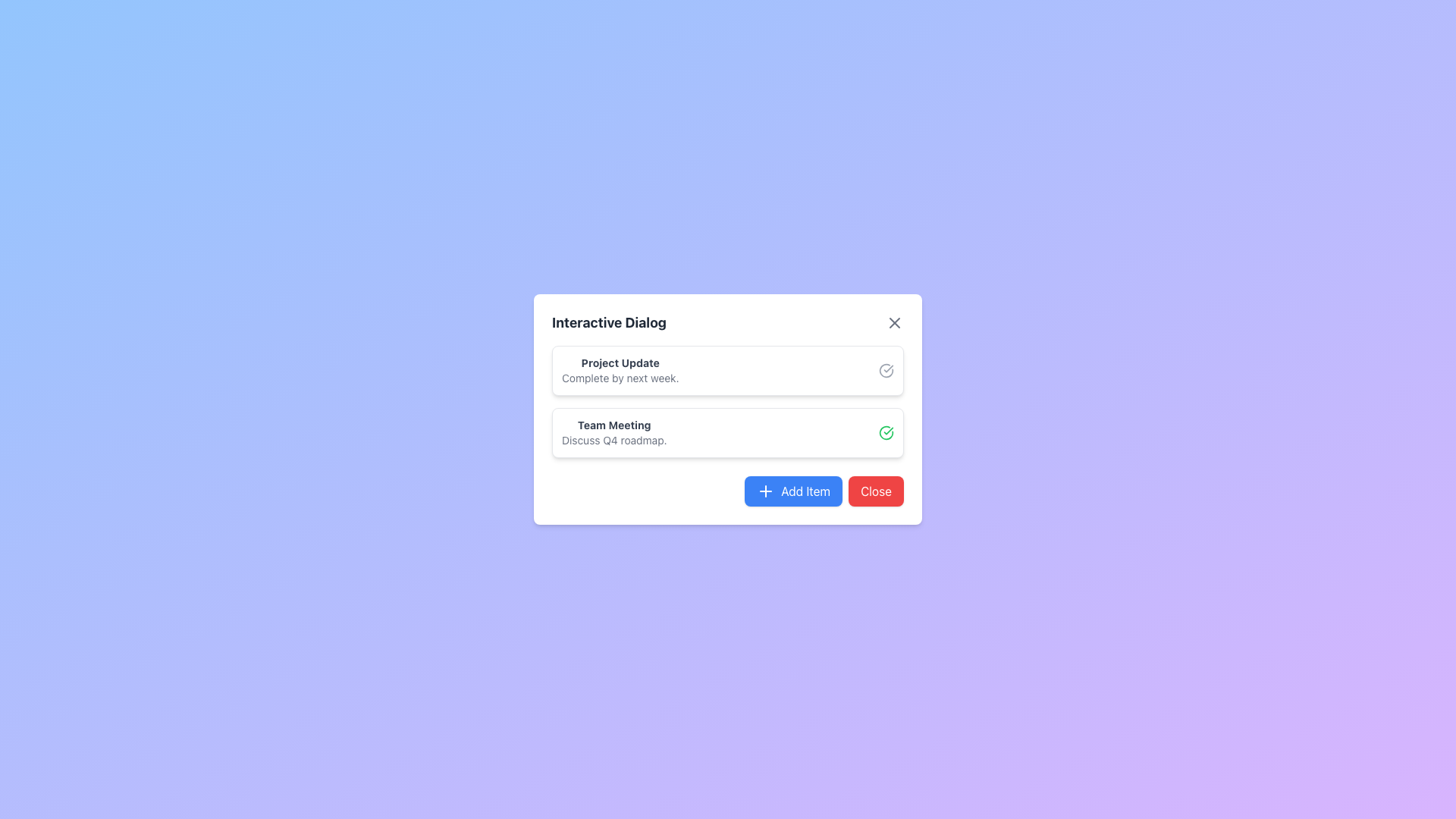 The width and height of the screenshot is (1456, 819). Describe the element at coordinates (614, 432) in the screenshot. I see `the Text display element that contains the text 'Team Meeting' and 'Discuss Q4 roadmap', located in the central dialog box, specifically in the second item position within the vertically stacked list of elements` at that location.